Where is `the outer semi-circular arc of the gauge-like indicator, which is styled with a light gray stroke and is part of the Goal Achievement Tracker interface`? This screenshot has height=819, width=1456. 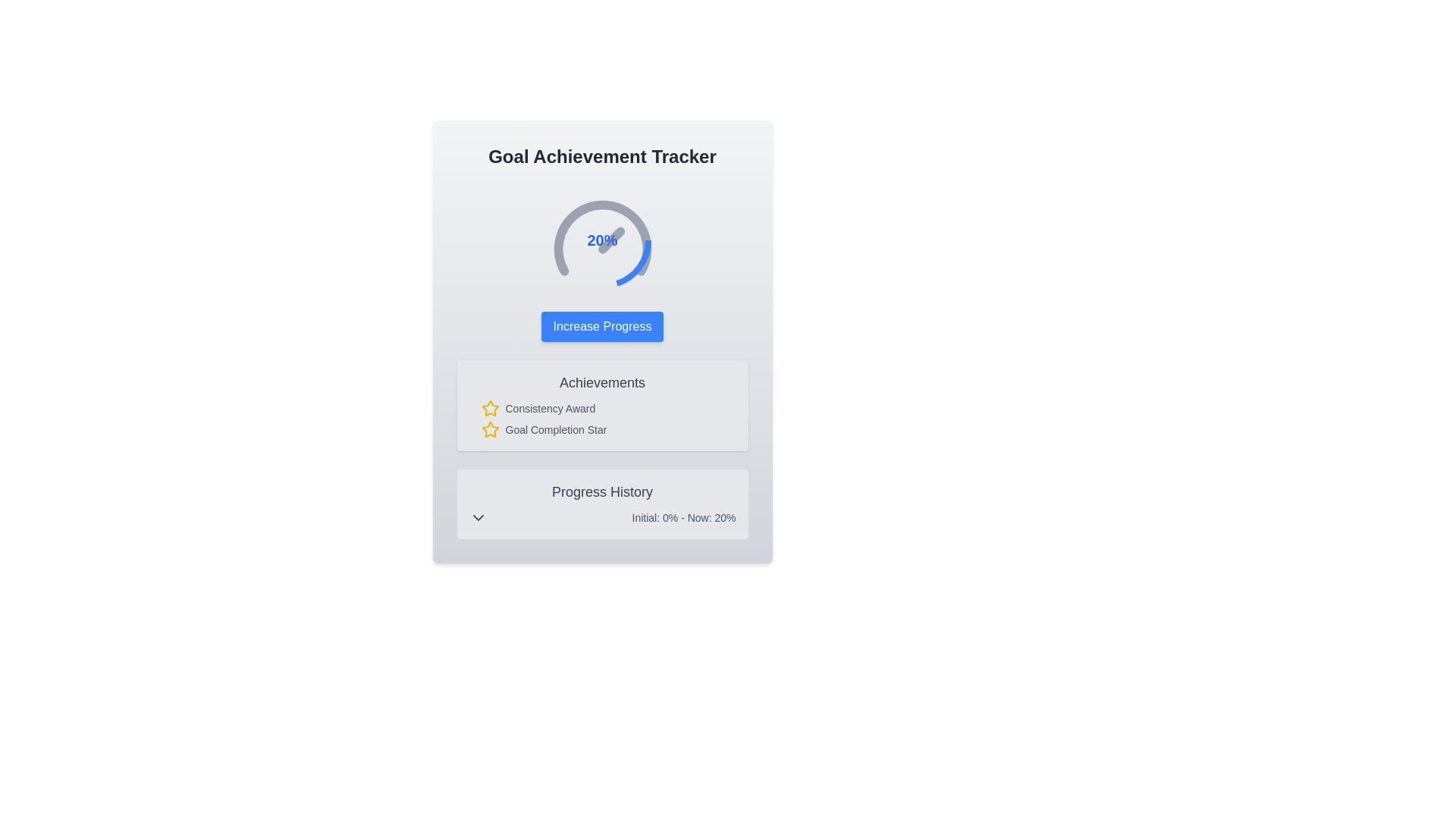 the outer semi-circular arc of the gauge-like indicator, which is styled with a light gray stroke and is part of the Goal Achievement Tracker interface is located at coordinates (601, 238).